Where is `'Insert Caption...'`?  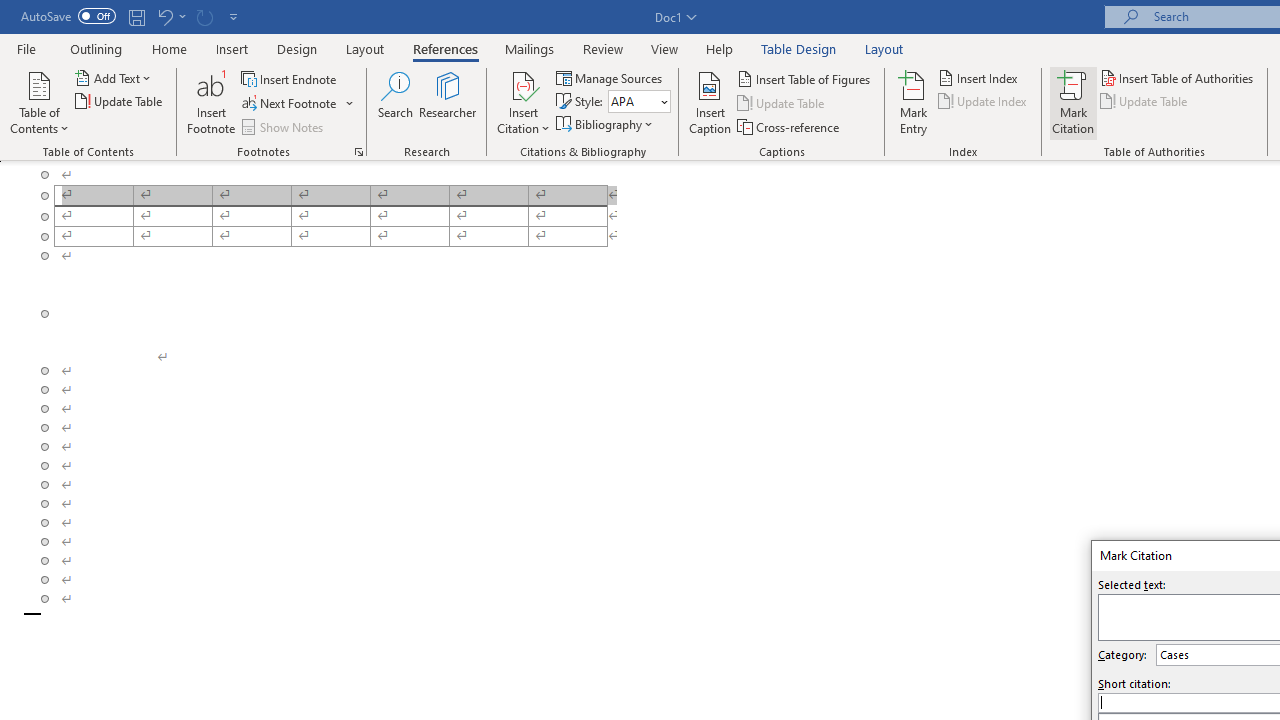
'Insert Caption...' is located at coordinates (710, 103).